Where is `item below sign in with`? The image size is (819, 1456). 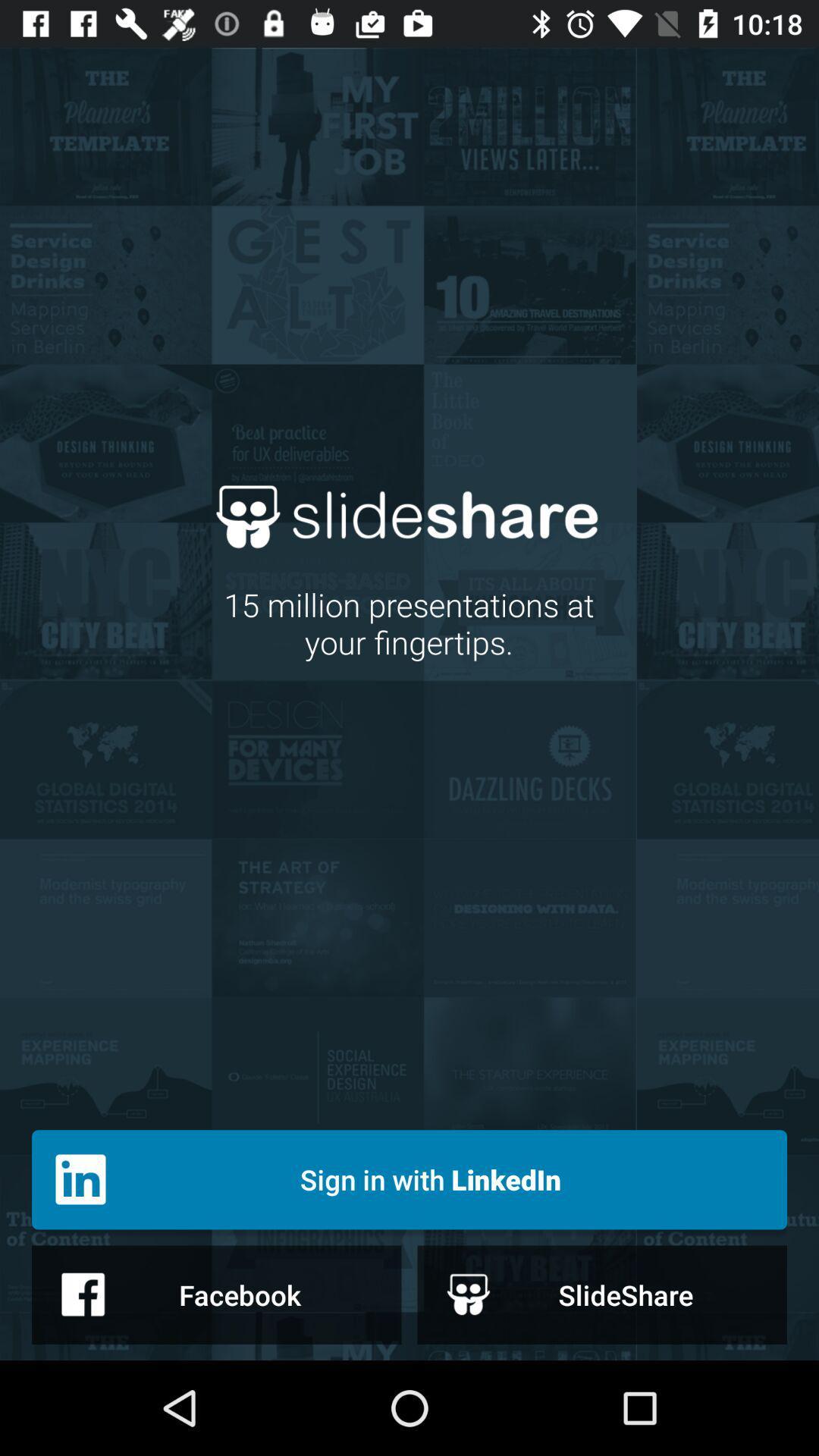 item below sign in with is located at coordinates (601, 1294).